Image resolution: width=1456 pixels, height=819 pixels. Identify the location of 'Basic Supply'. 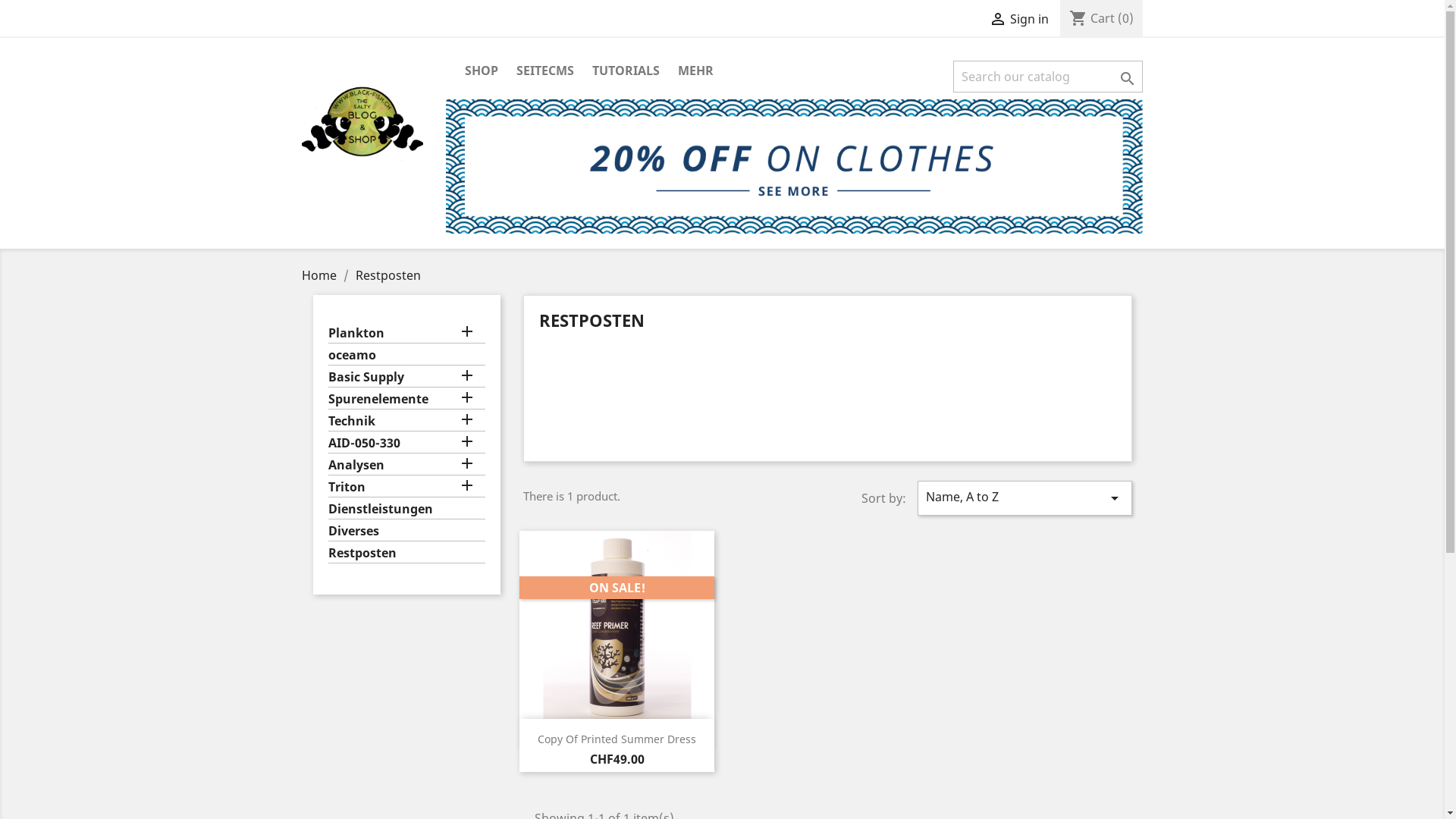
(406, 377).